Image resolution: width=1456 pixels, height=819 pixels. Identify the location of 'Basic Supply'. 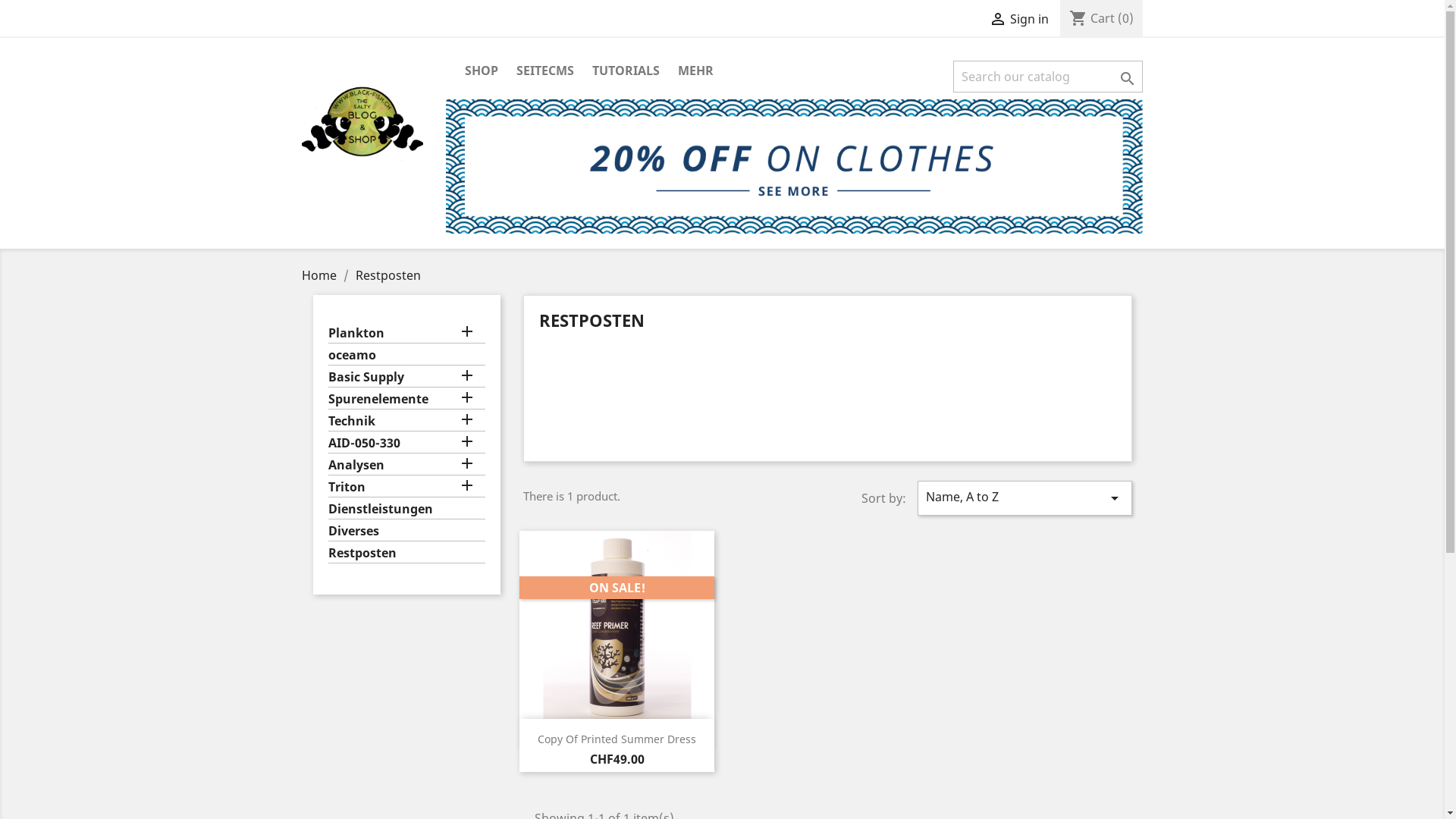
(406, 377).